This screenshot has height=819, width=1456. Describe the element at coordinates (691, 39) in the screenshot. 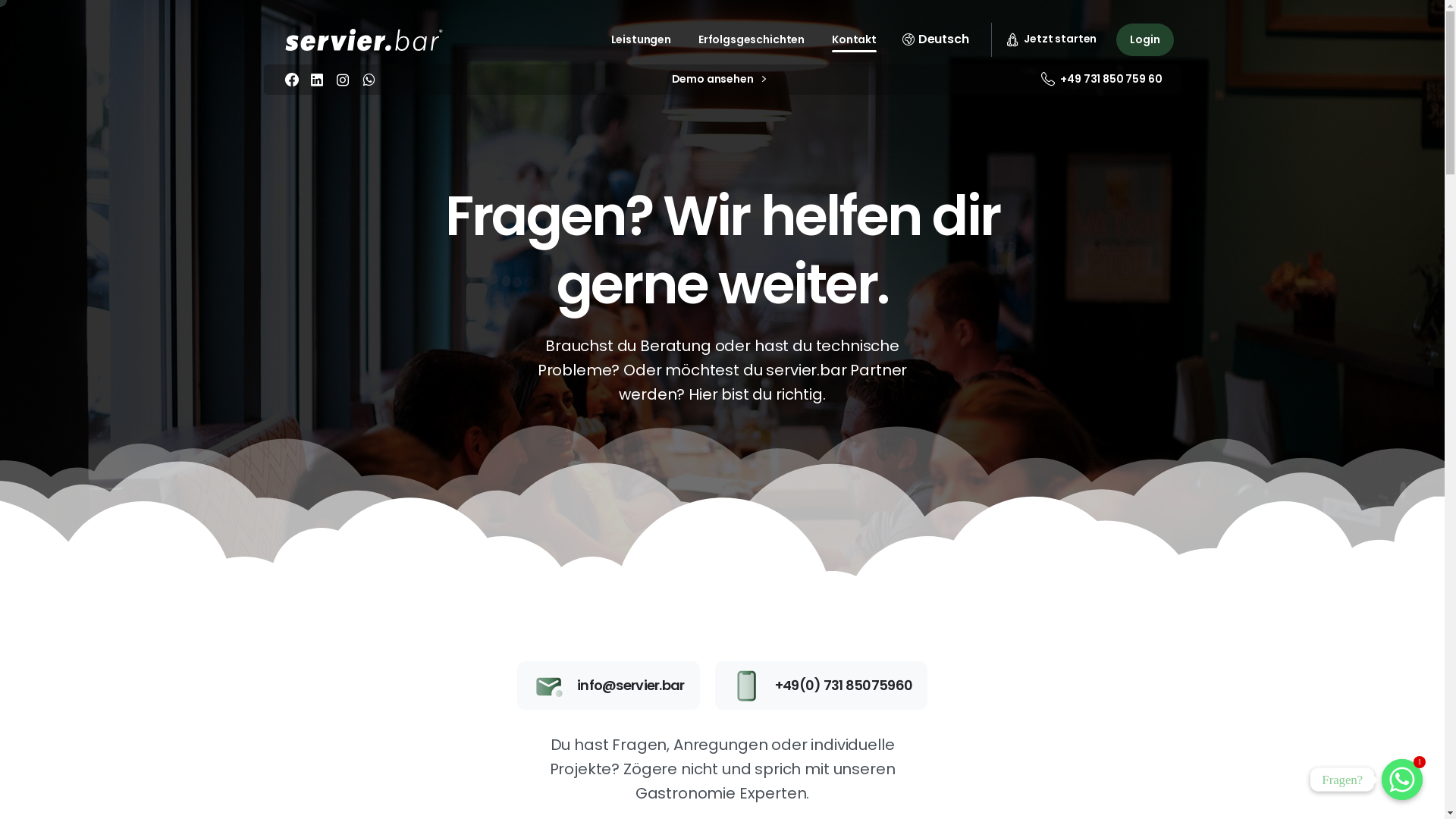

I see `'Erfolgsgeschichten'` at that location.